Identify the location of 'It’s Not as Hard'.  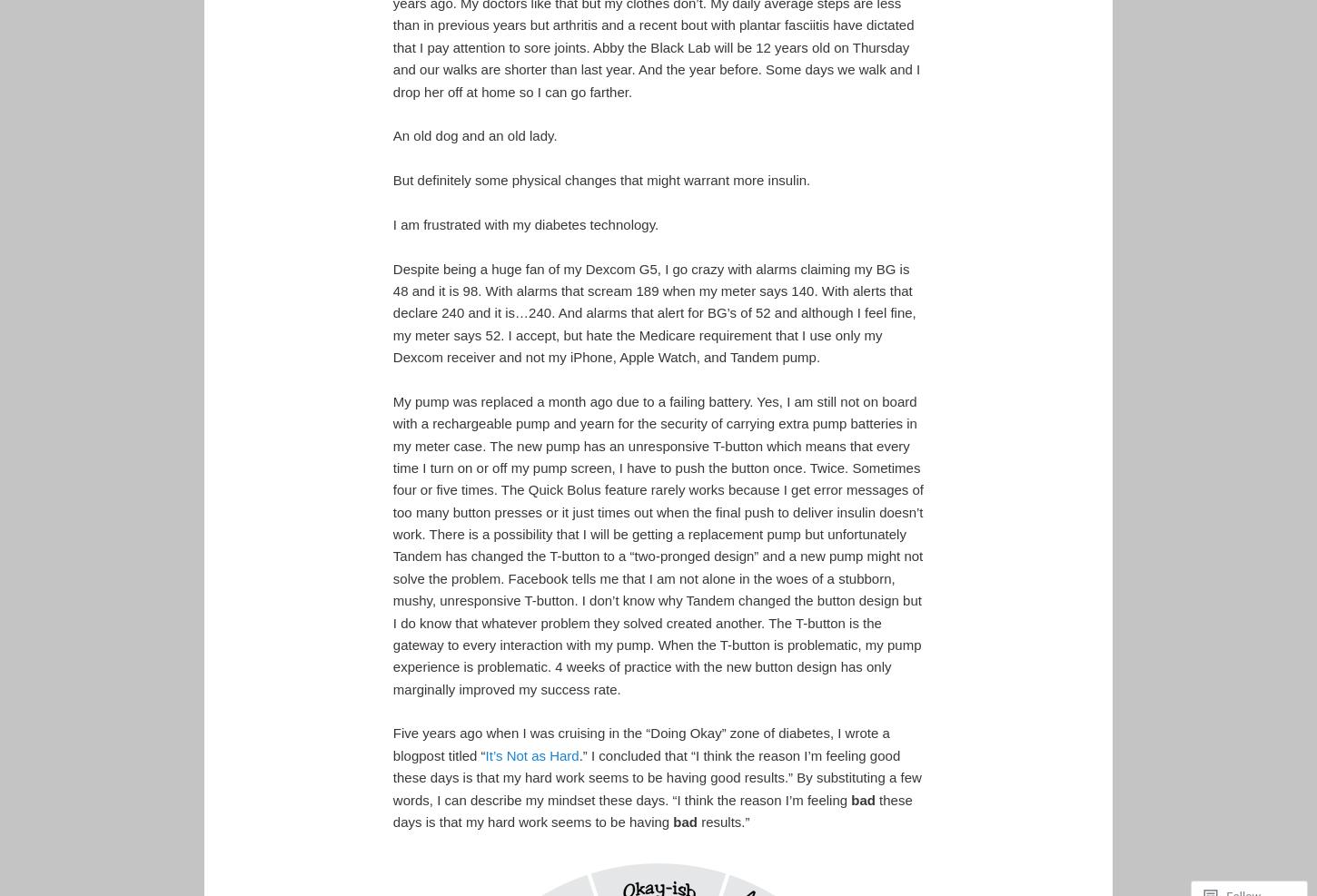
(485, 754).